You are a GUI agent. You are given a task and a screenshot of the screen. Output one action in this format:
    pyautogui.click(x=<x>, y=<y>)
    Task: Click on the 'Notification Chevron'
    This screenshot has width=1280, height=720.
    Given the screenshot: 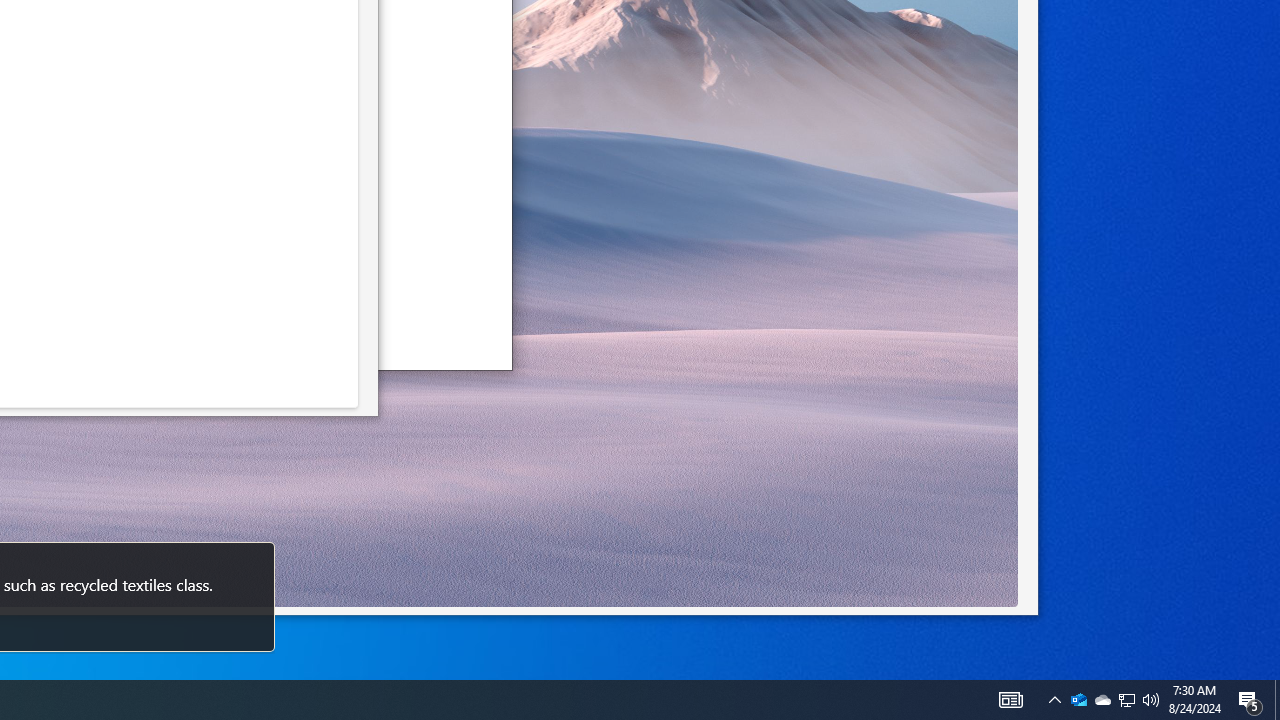 What is the action you would take?
    pyautogui.click(x=1054, y=698)
    